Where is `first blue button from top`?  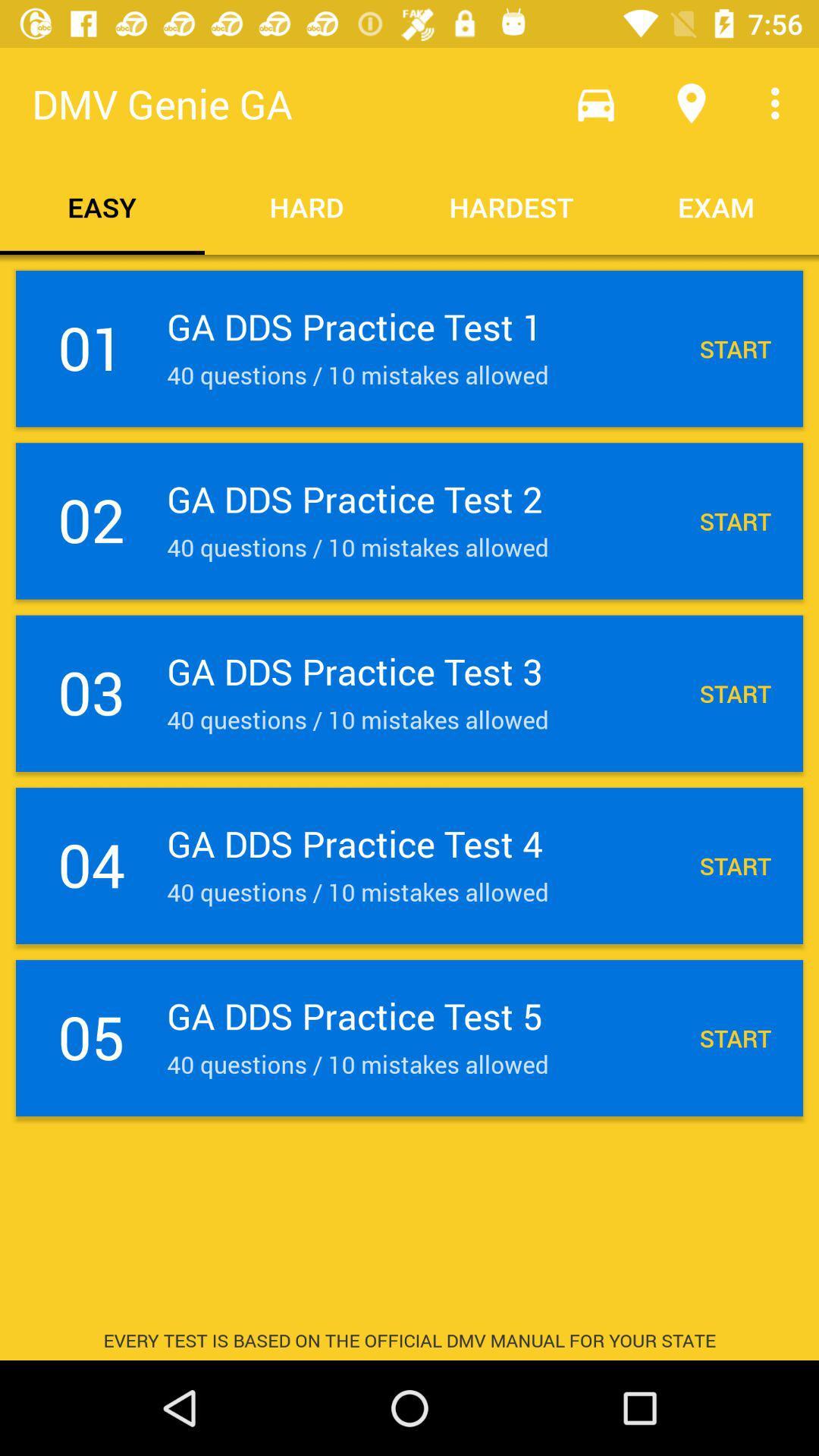
first blue button from top is located at coordinates (409, 348).